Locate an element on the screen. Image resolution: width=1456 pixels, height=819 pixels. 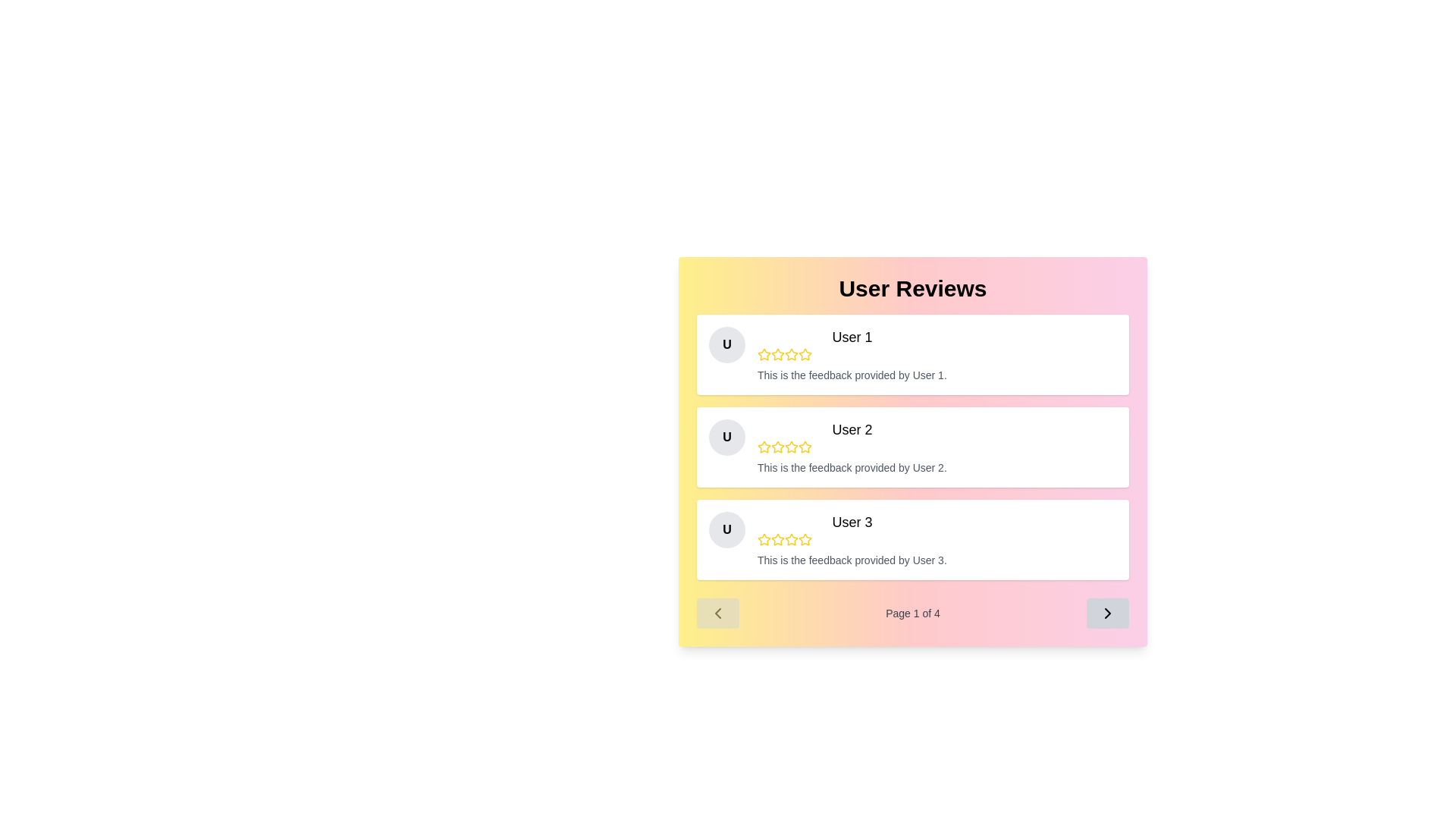
the fourth star icon is located at coordinates (790, 539).